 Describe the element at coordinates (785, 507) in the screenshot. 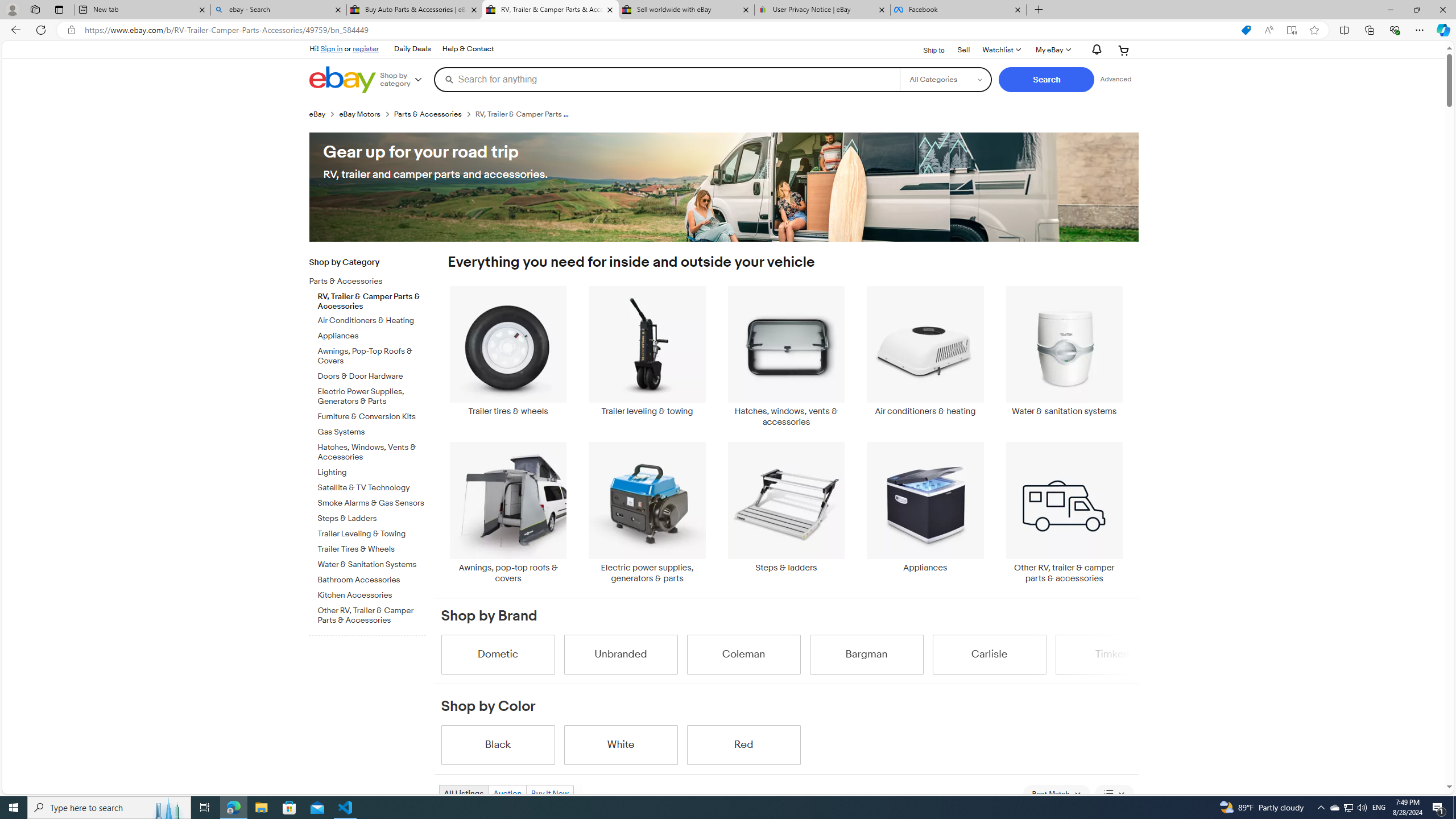

I see `'Steps & ladders'` at that location.